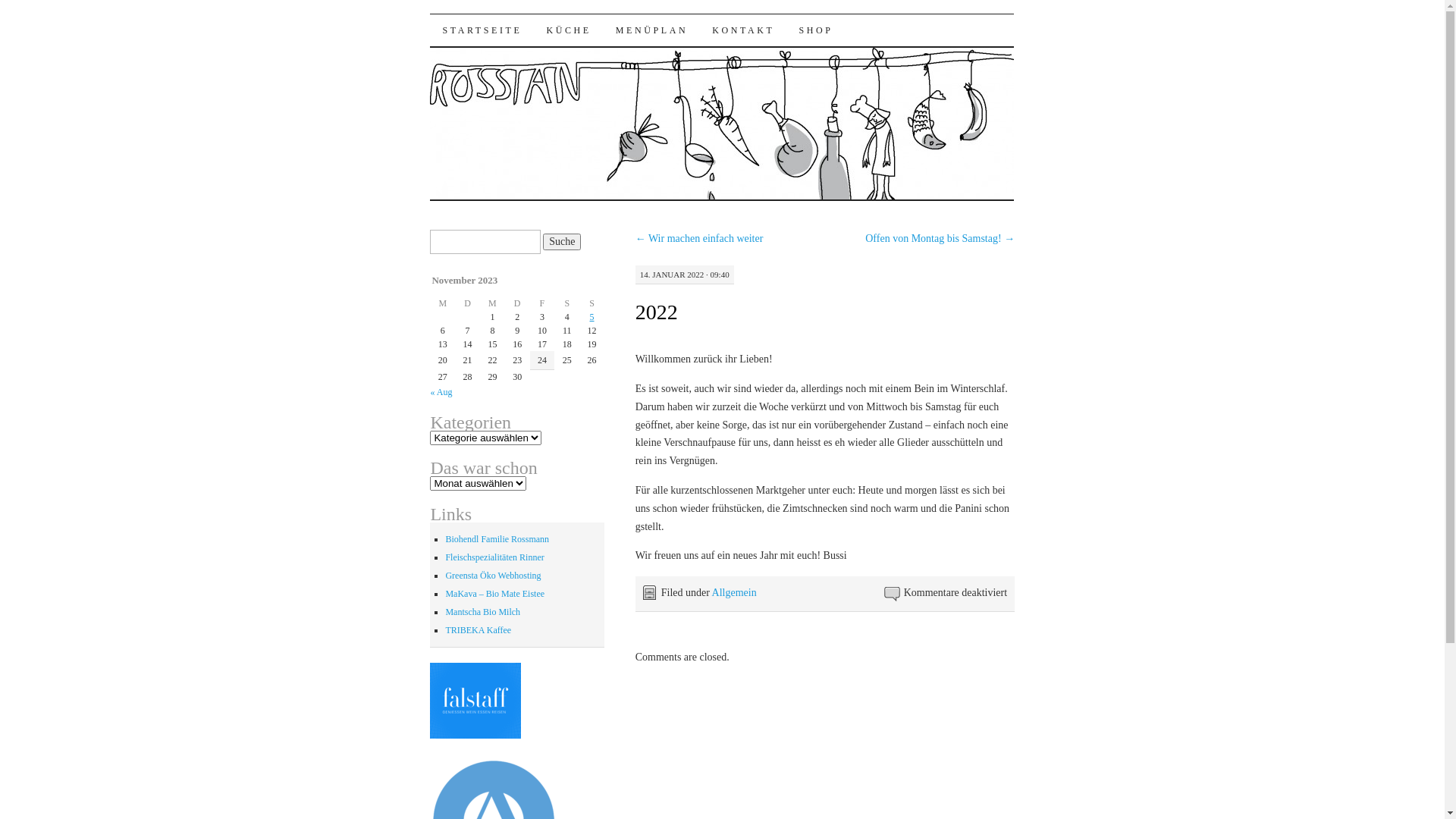 This screenshot has height=819, width=1456. I want to click on 'KONTAKT', so click(742, 30).